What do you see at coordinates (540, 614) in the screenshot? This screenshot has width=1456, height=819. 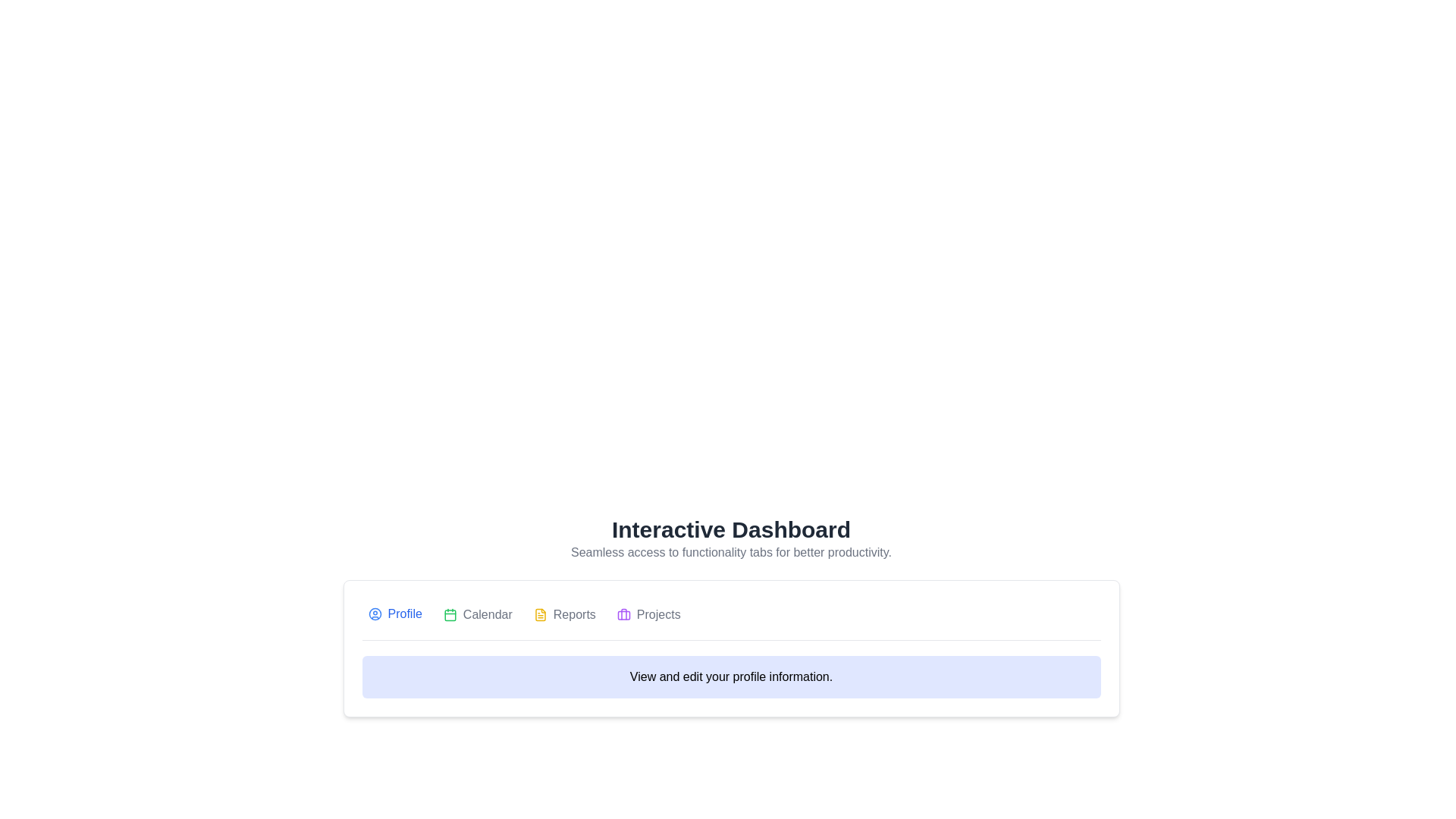 I see `the file or folder icon with a yellow hue located within the 'Reports' tab, which resembles a file with a visible document outline` at bounding box center [540, 614].